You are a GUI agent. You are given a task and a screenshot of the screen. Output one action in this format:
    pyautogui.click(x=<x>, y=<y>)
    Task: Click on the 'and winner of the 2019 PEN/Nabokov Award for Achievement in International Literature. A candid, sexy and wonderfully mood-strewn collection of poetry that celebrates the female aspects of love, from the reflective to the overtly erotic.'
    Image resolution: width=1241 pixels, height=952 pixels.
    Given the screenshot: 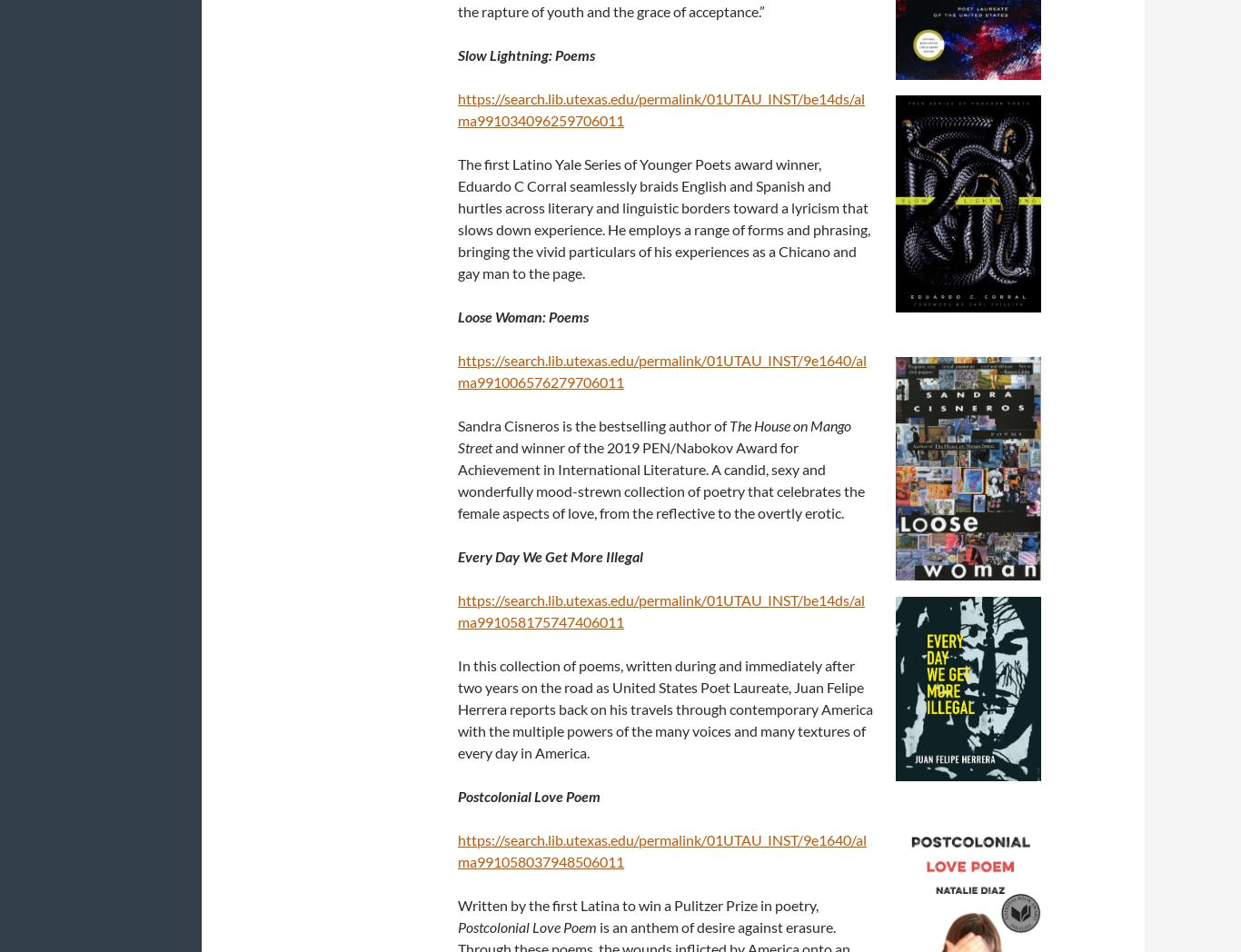 What is the action you would take?
    pyautogui.click(x=458, y=478)
    